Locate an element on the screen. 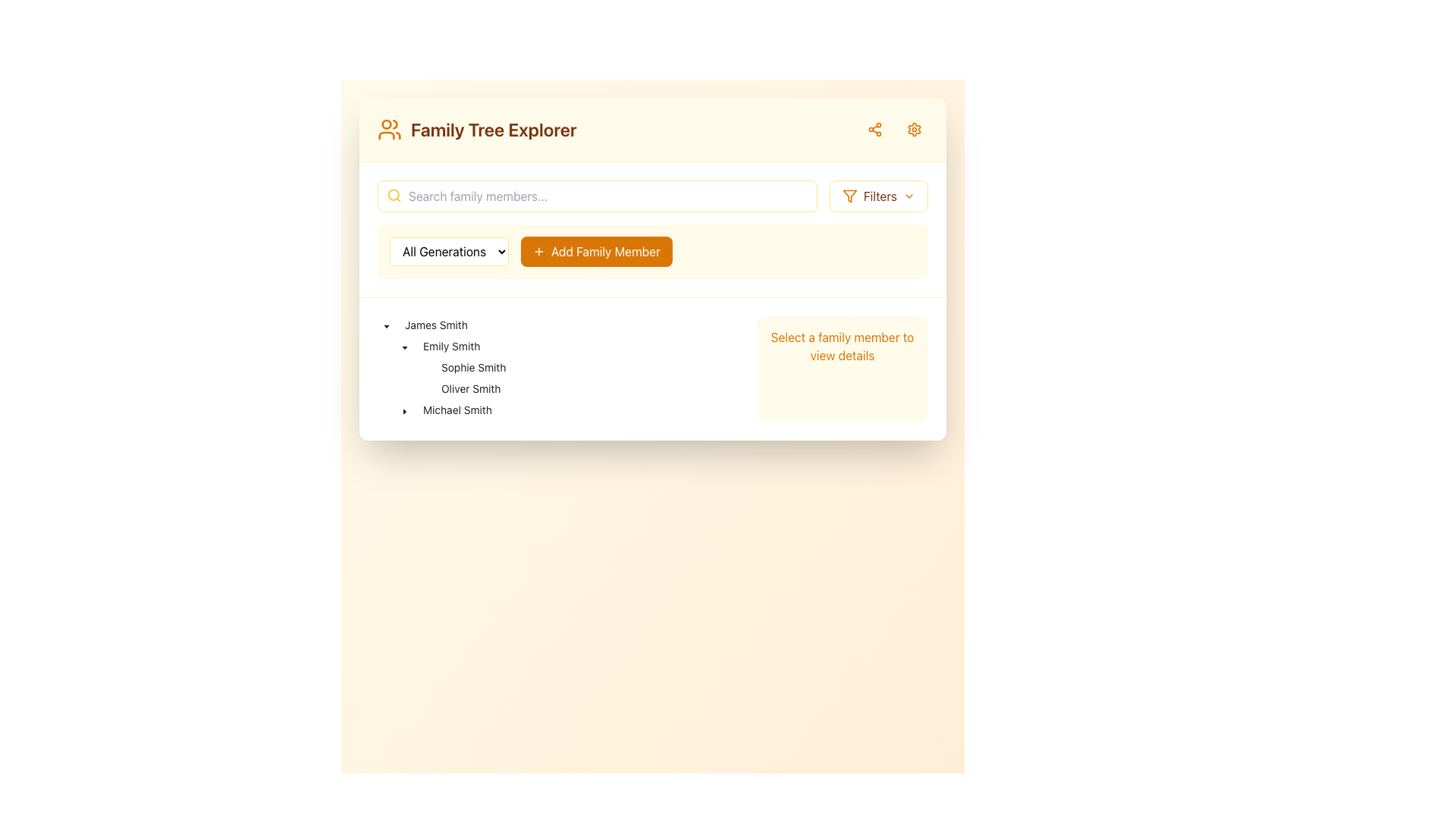 Image resolution: width=1456 pixels, height=819 pixels. the circular graphic element located in the header, part of the SVG icon next to the 'Family Tree Explorer' title is located at coordinates (386, 124).